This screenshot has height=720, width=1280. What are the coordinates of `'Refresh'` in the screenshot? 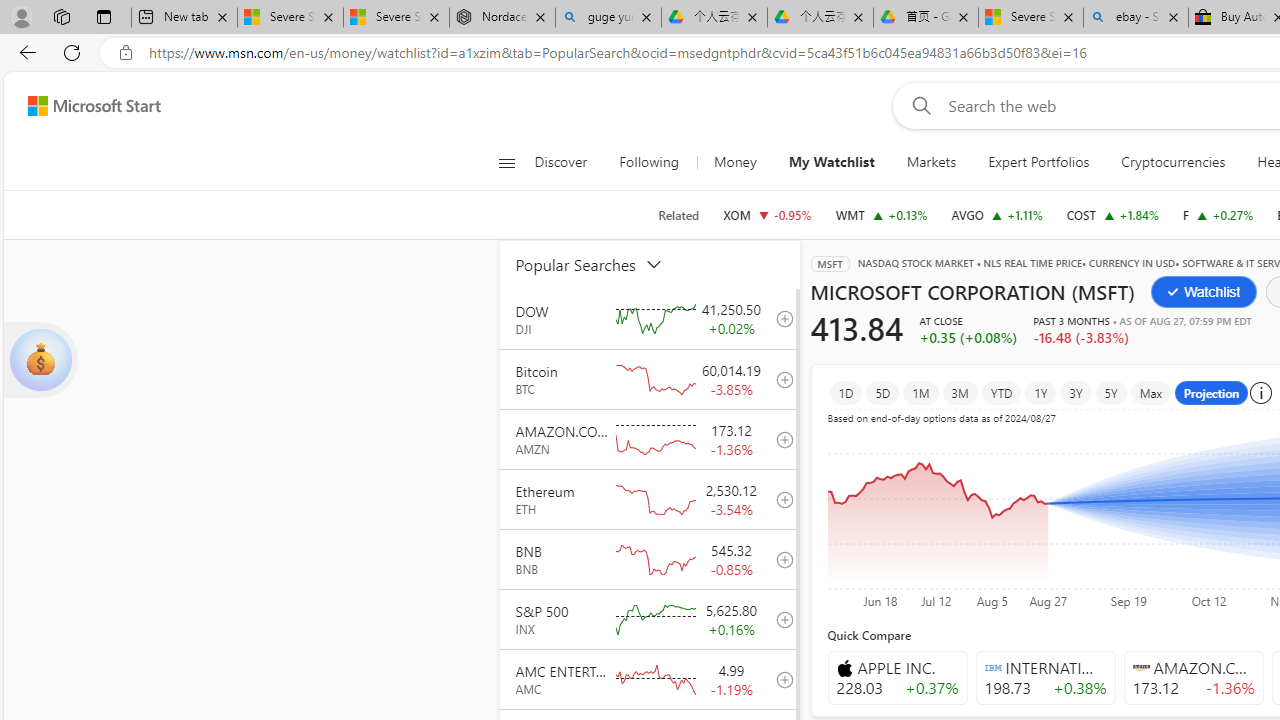 It's located at (72, 51).